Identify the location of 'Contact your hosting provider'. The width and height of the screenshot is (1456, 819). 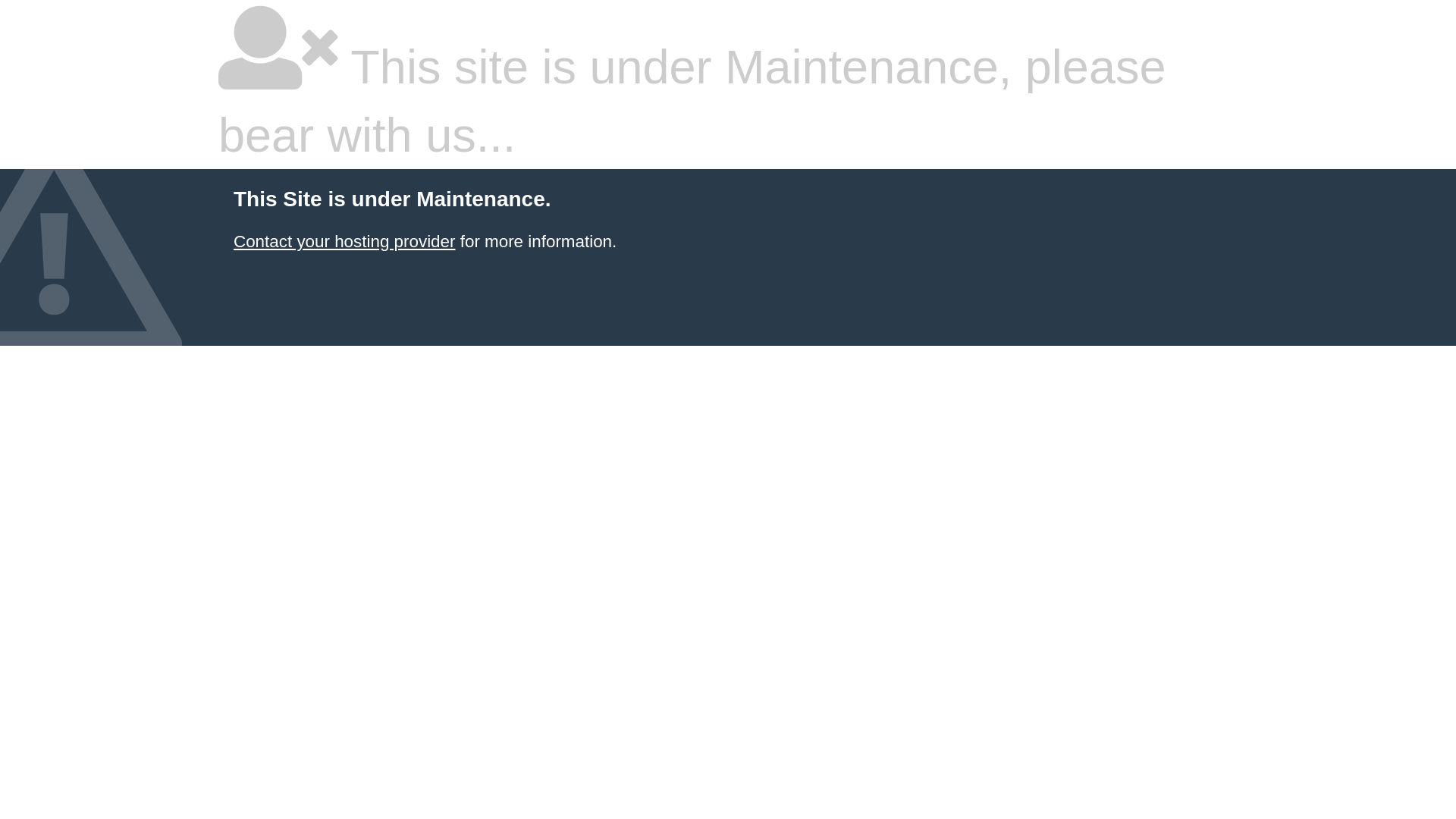
(344, 240).